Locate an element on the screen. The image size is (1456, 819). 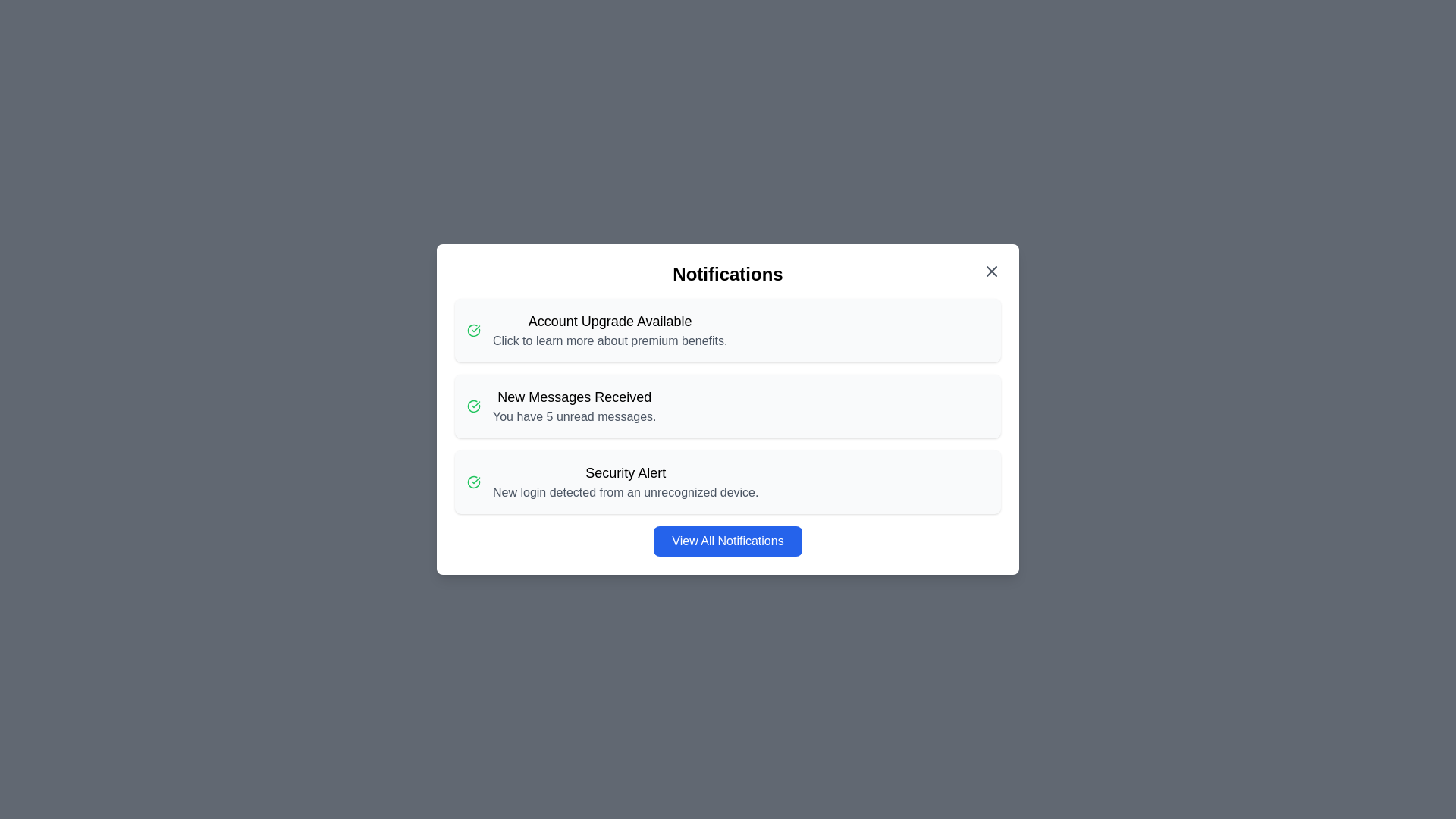
the small 'X' shaped icon with a dark gray outline in the top-right corner of the notification pop-up is located at coordinates (992, 271).